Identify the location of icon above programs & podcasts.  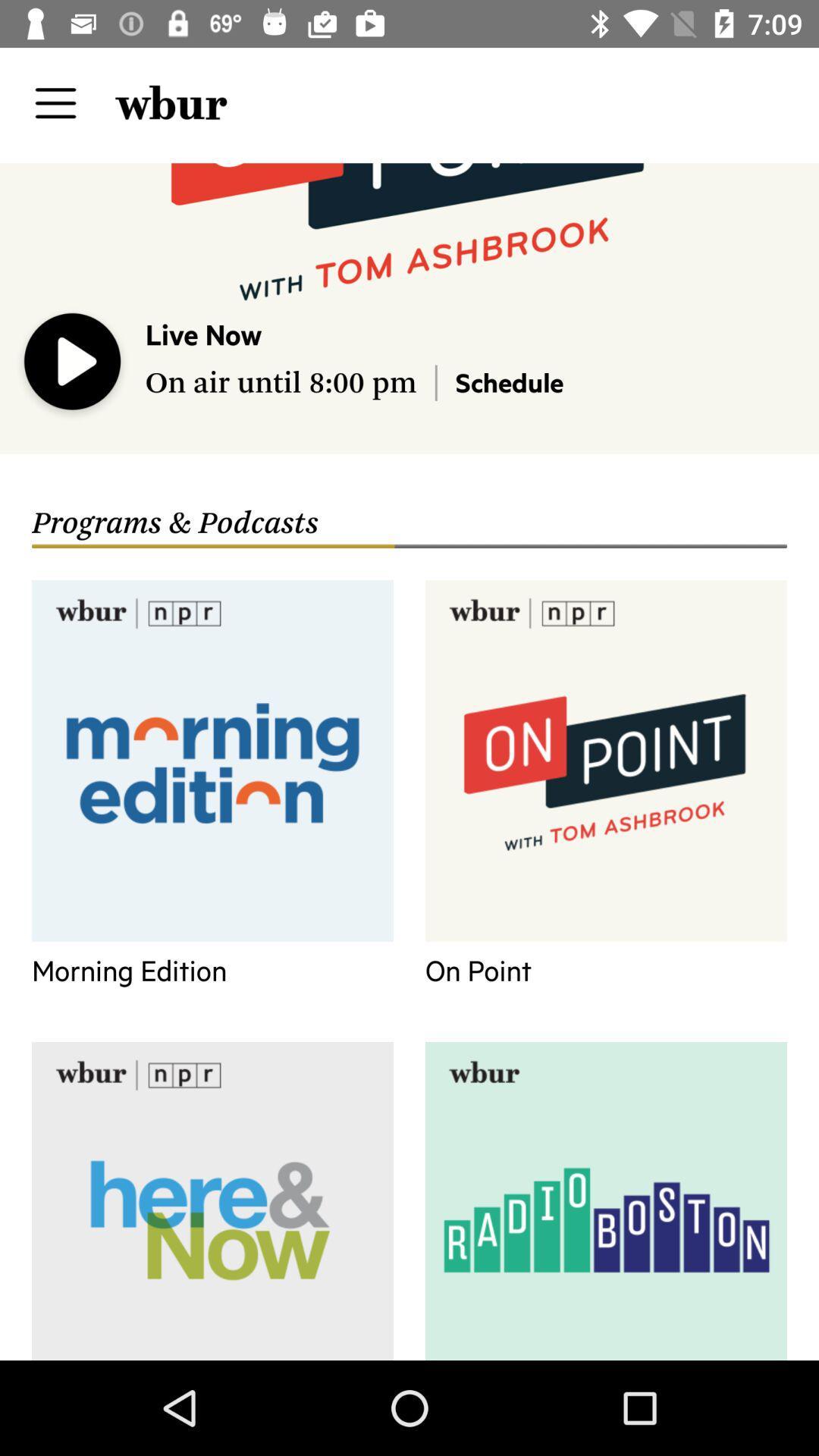
(509, 381).